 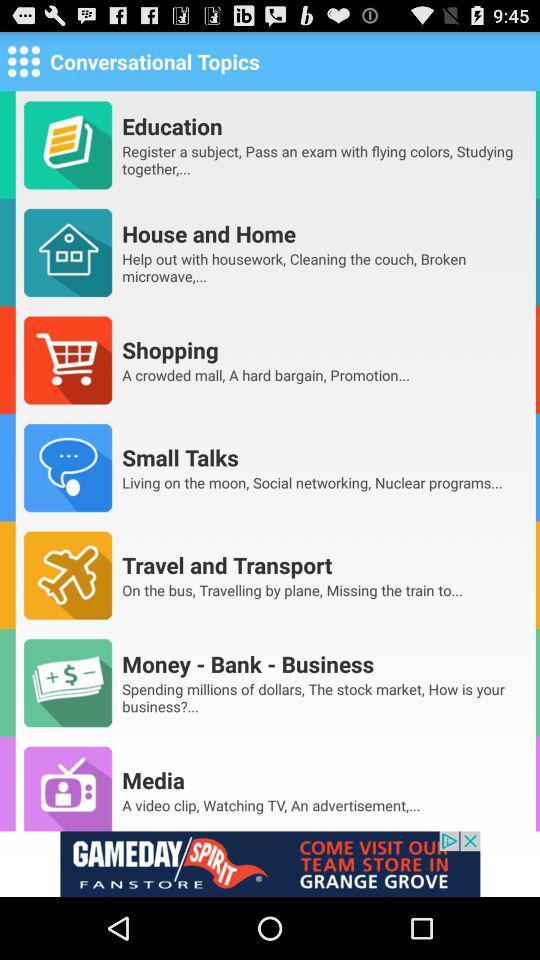 What do you see at coordinates (22, 59) in the screenshot?
I see `menu choice` at bounding box center [22, 59].